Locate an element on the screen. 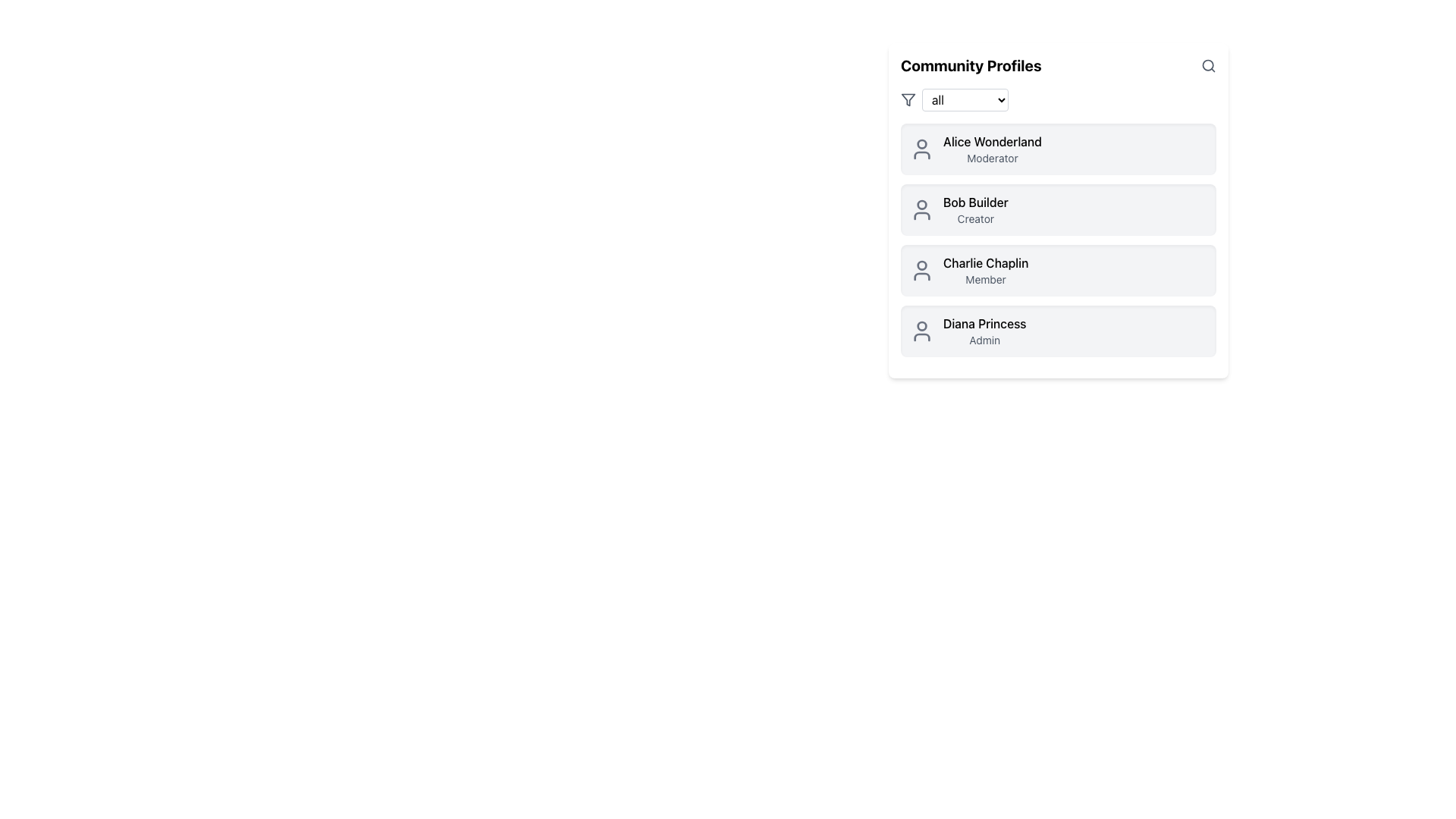 The width and height of the screenshot is (1456, 819). the profile entry for 'Bob Builder' in the list is located at coordinates (1058, 210).